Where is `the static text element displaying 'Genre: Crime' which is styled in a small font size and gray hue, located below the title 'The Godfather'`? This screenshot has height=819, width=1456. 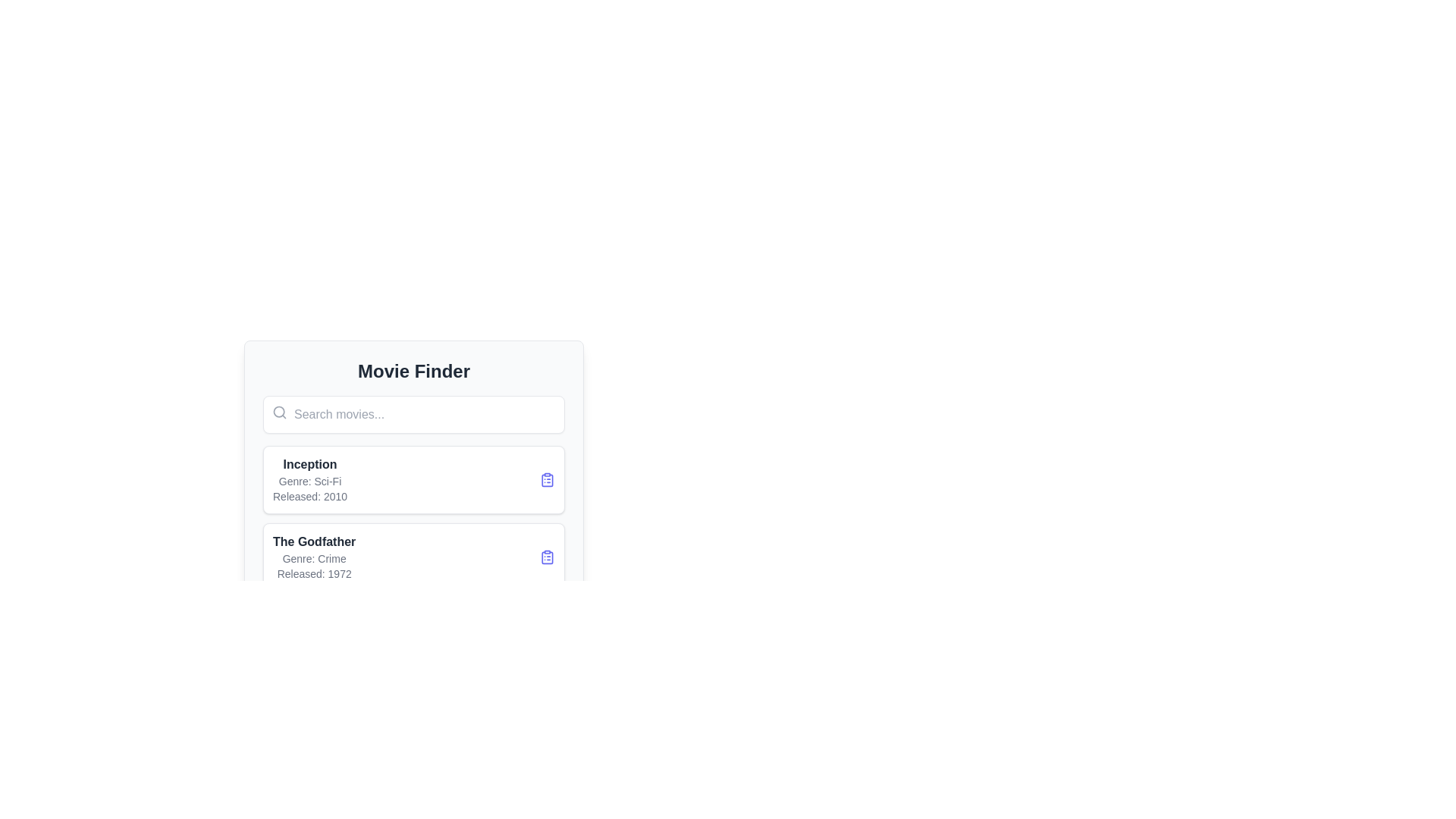 the static text element displaying 'Genre: Crime' which is styled in a small font size and gray hue, located below the title 'The Godfather' is located at coordinates (313, 558).